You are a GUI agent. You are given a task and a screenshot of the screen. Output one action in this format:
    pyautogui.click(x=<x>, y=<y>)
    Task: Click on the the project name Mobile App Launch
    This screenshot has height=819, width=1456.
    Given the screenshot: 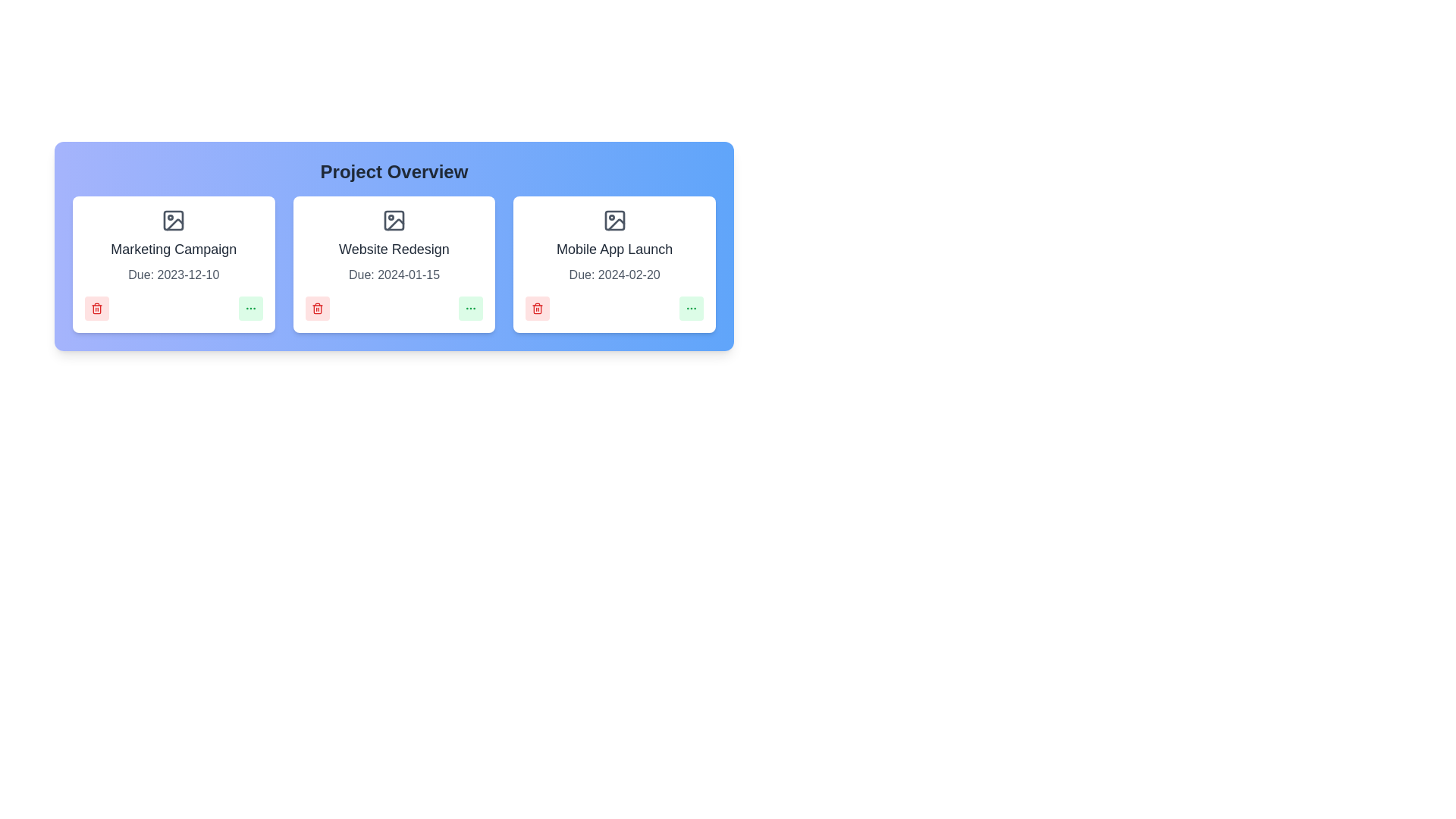 What is the action you would take?
    pyautogui.click(x=614, y=248)
    